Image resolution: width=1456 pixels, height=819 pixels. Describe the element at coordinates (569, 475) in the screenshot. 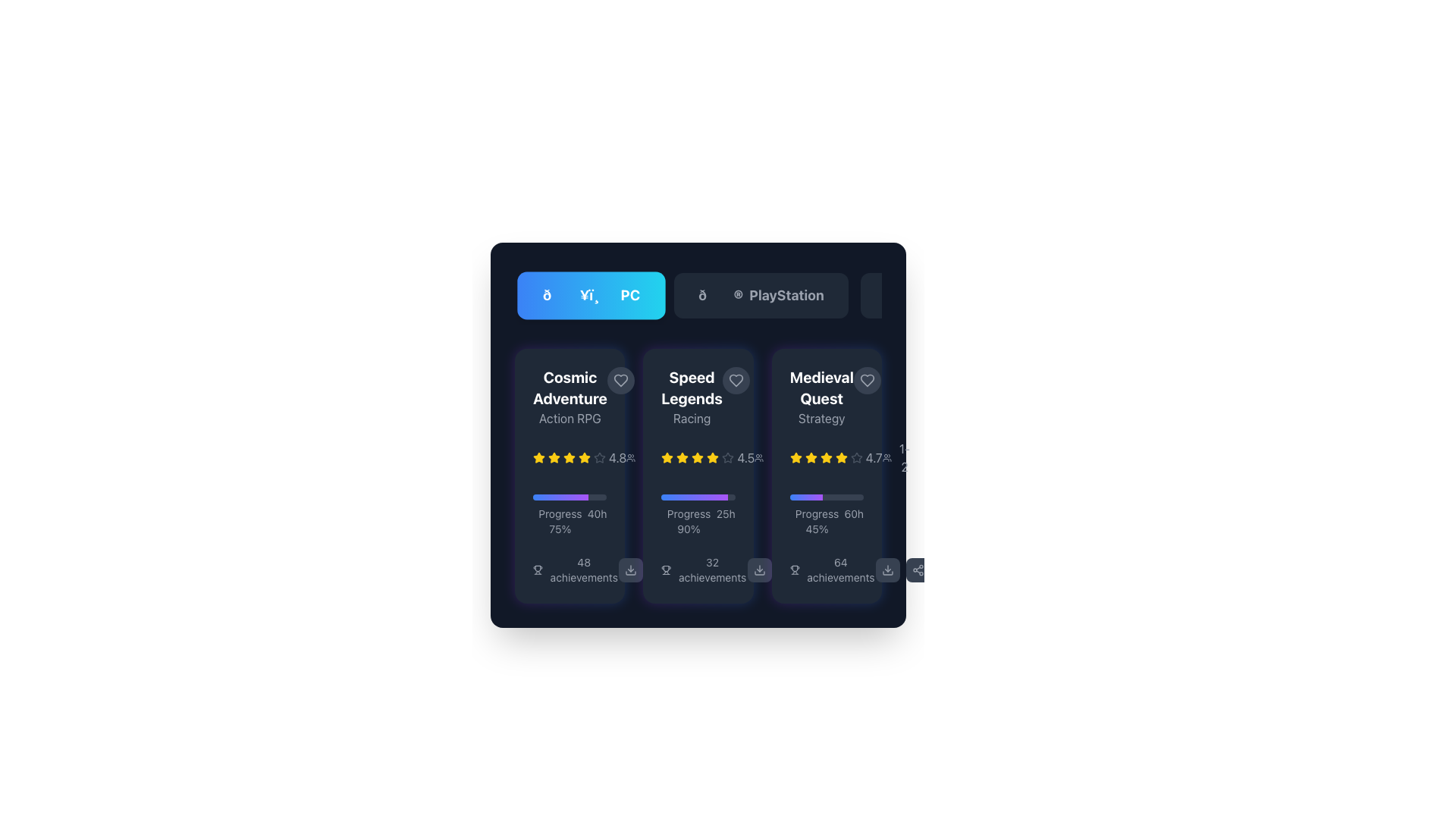

I see `the Card UI component that presents detailed information about the game 'Cosmic Adventure', which is positioned as the first item in a three-column grid` at that location.